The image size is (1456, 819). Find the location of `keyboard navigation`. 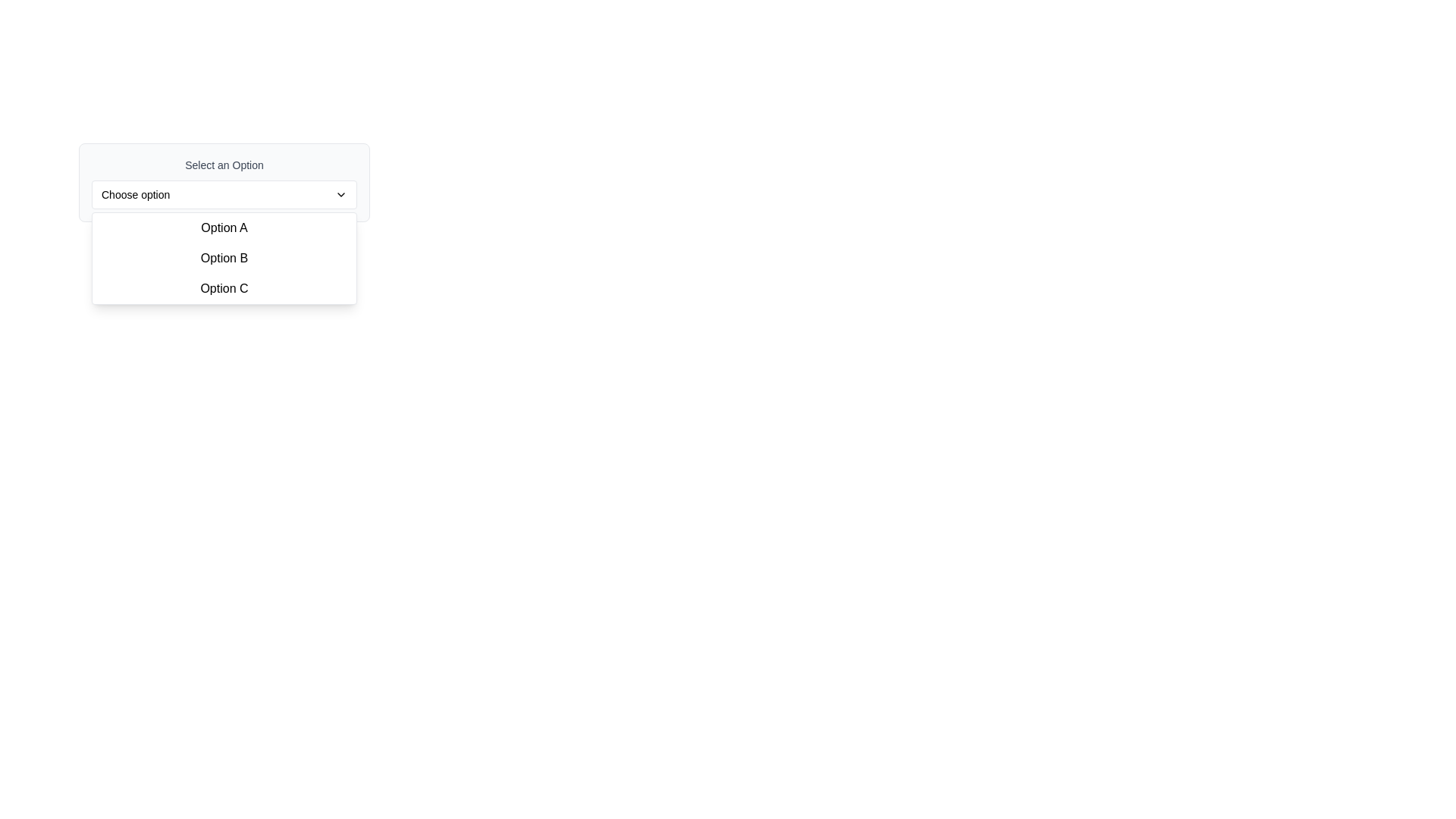

keyboard navigation is located at coordinates (224, 181).